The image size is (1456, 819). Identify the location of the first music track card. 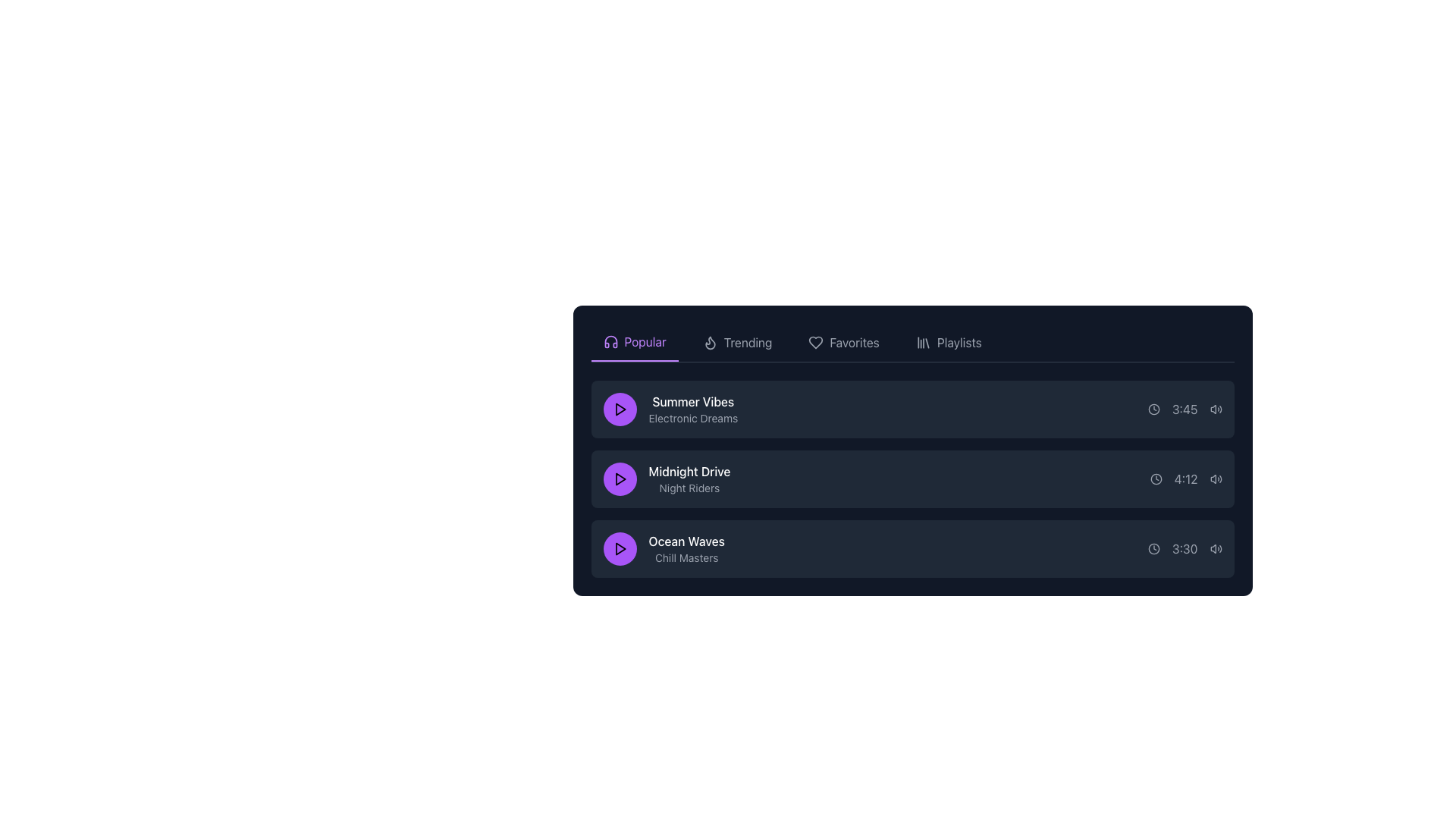
(912, 409).